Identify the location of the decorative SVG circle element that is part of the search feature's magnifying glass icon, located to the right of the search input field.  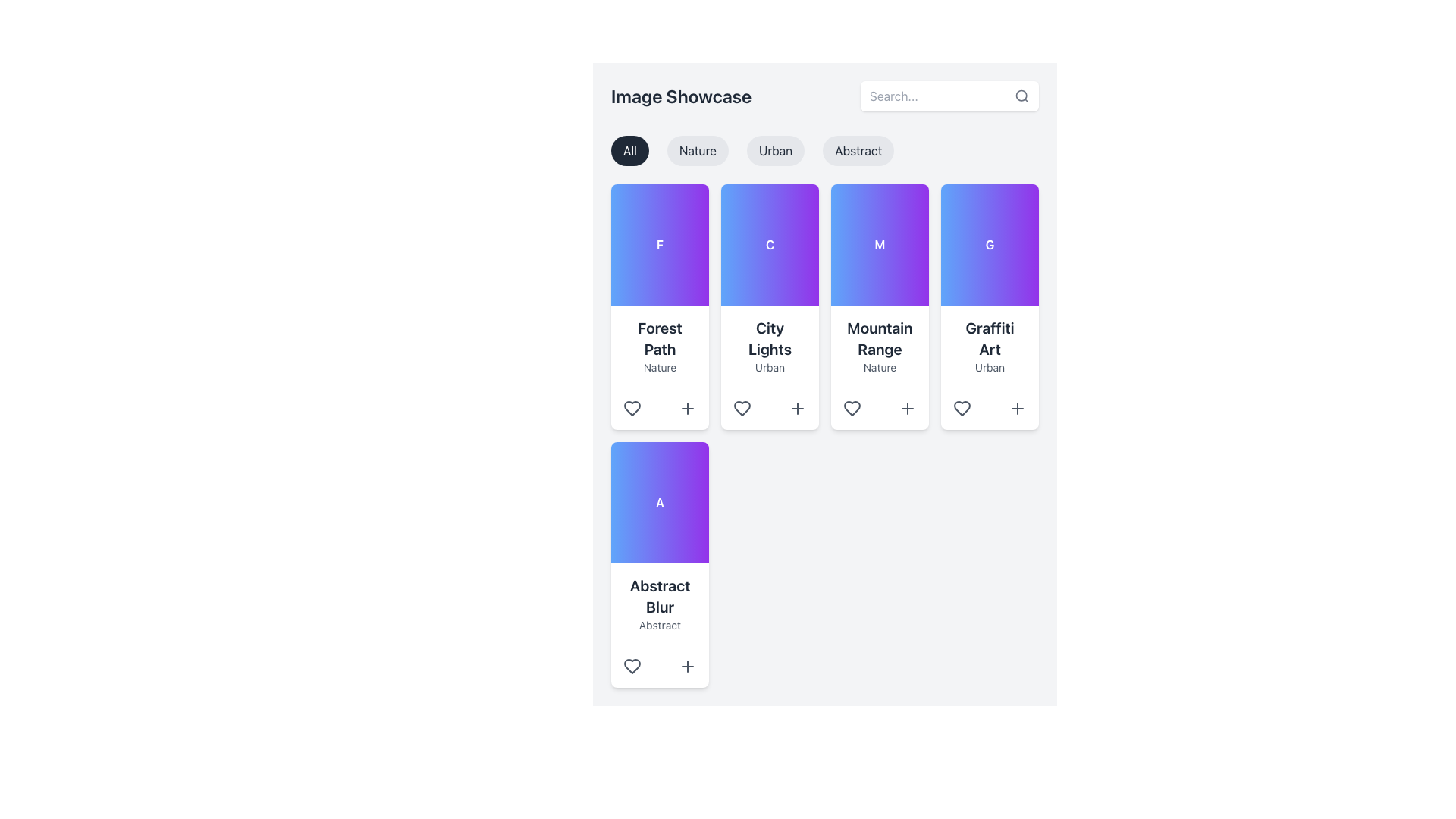
(1021, 96).